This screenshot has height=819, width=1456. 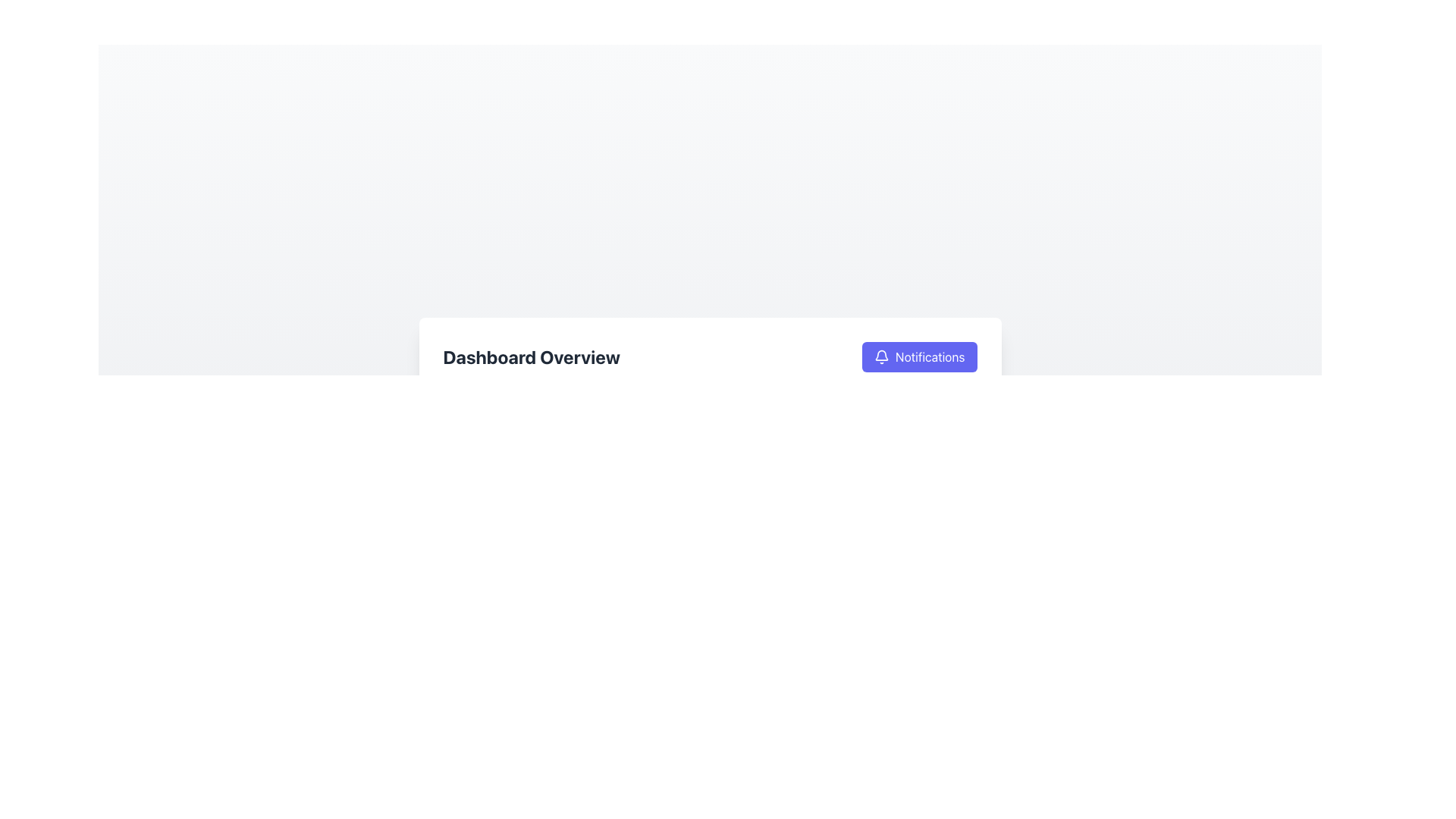 I want to click on the bold text element reading 'Dashboard Overview', which is styled with a large font in a dark shade on a light background, so click(x=532, y=356).